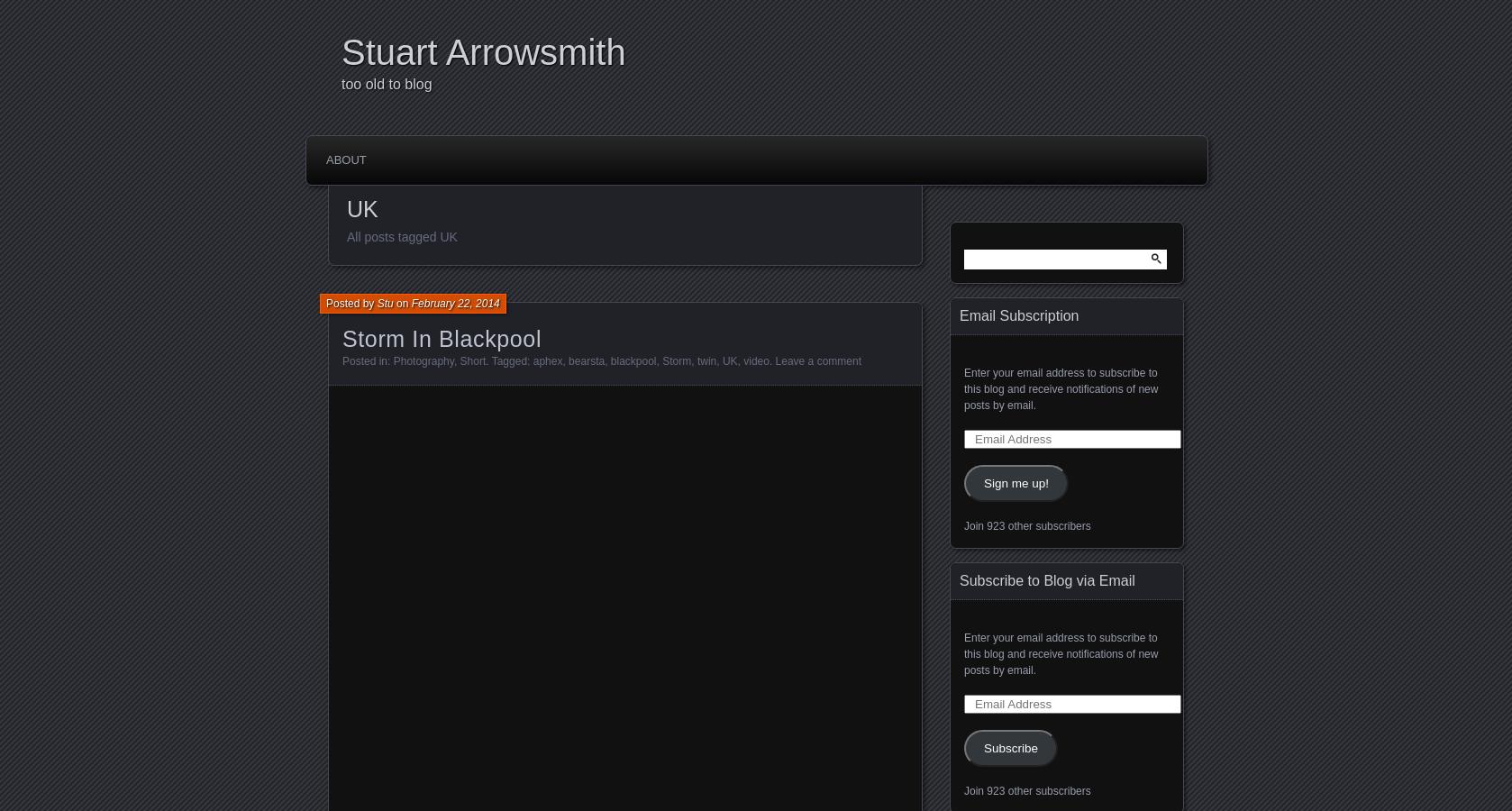 Image resolution: width=1512 pixels, height=811 pixels. I want to click on 'February 22, 2014', so click(454, 302).